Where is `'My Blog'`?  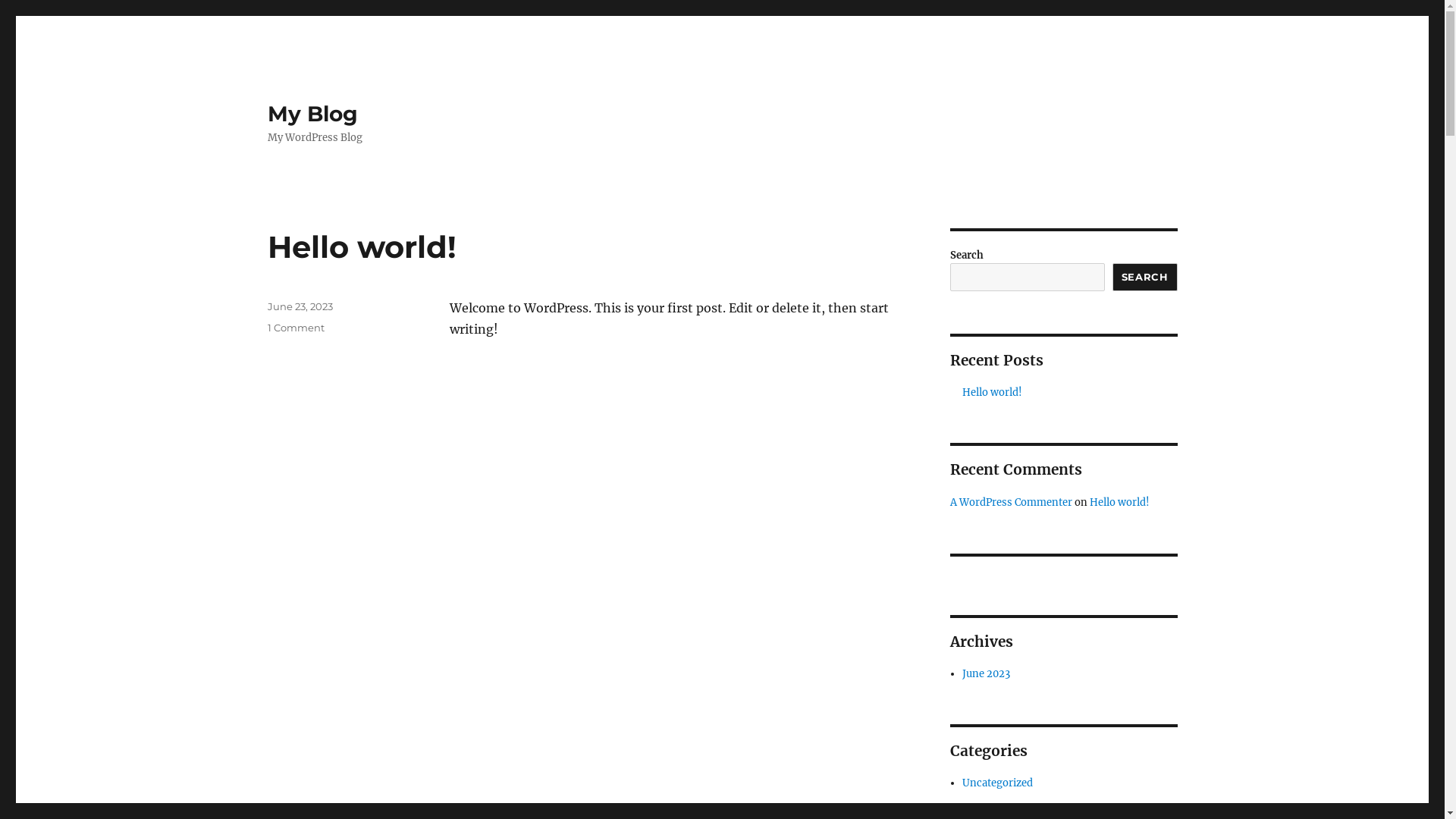 'My Blog' is located at coordinates (311, 113).